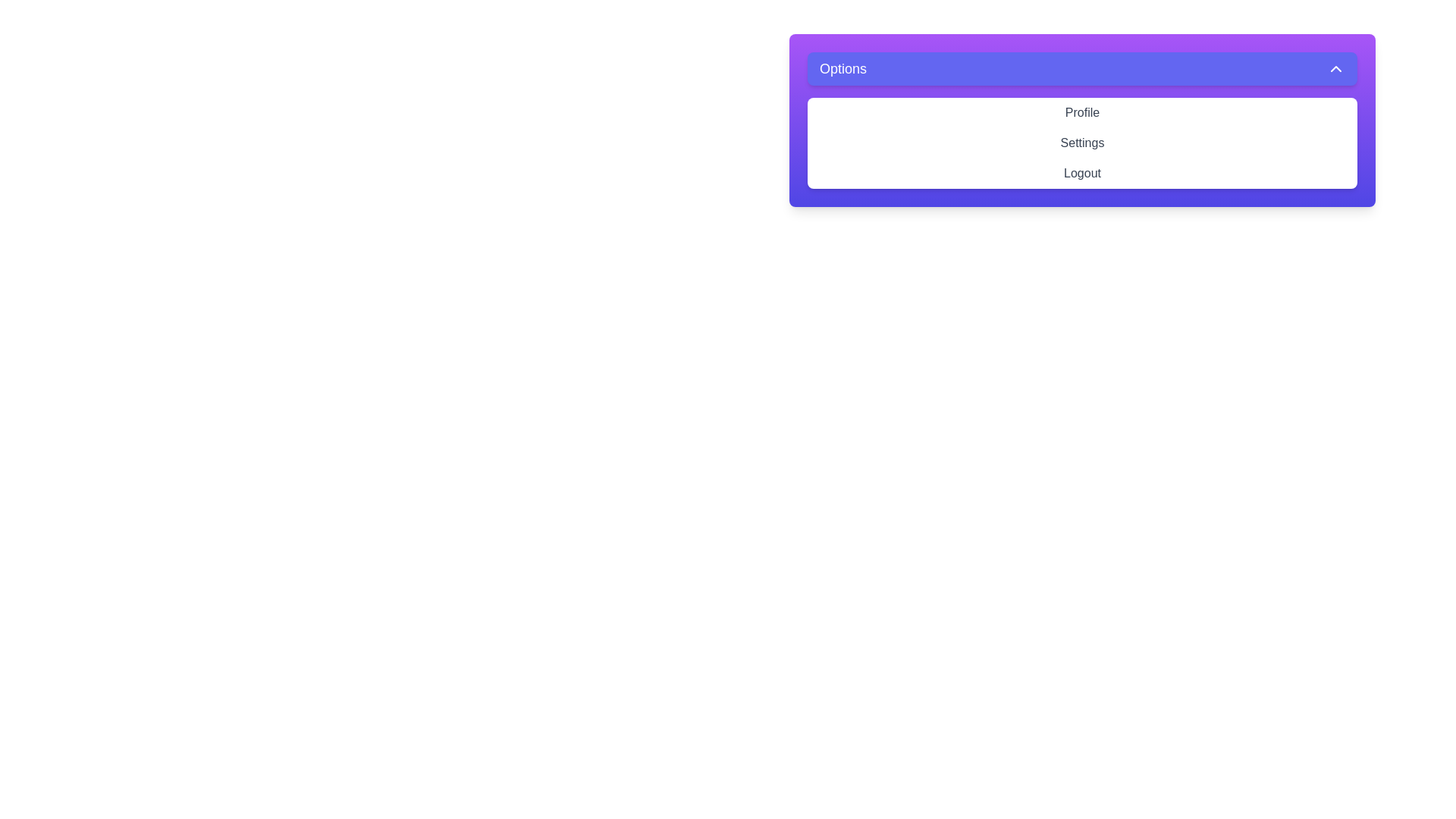 The image size is (1456, 819). I want to click on the 'Logout' option in the menu, so click(1081, 172).